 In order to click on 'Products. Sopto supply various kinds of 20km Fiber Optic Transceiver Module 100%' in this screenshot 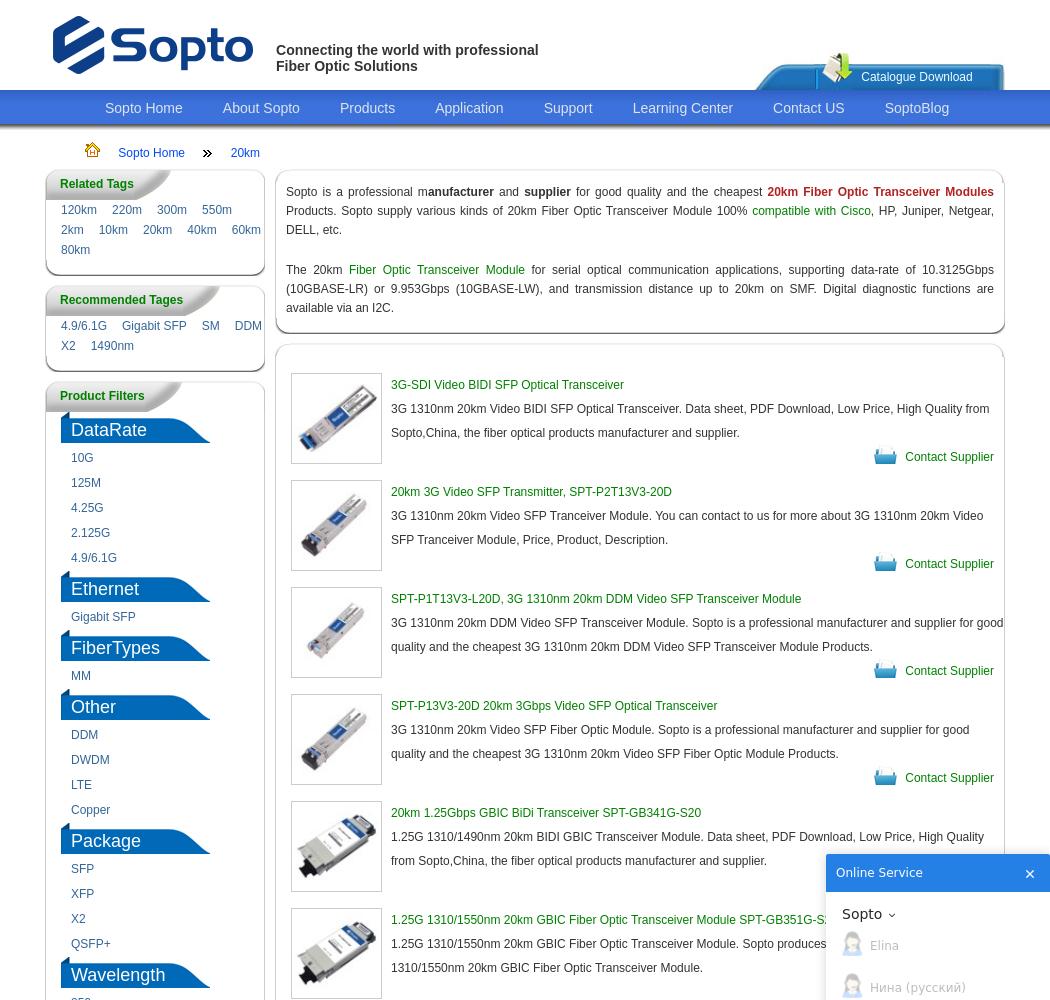, I will do `click(515, 210)`.